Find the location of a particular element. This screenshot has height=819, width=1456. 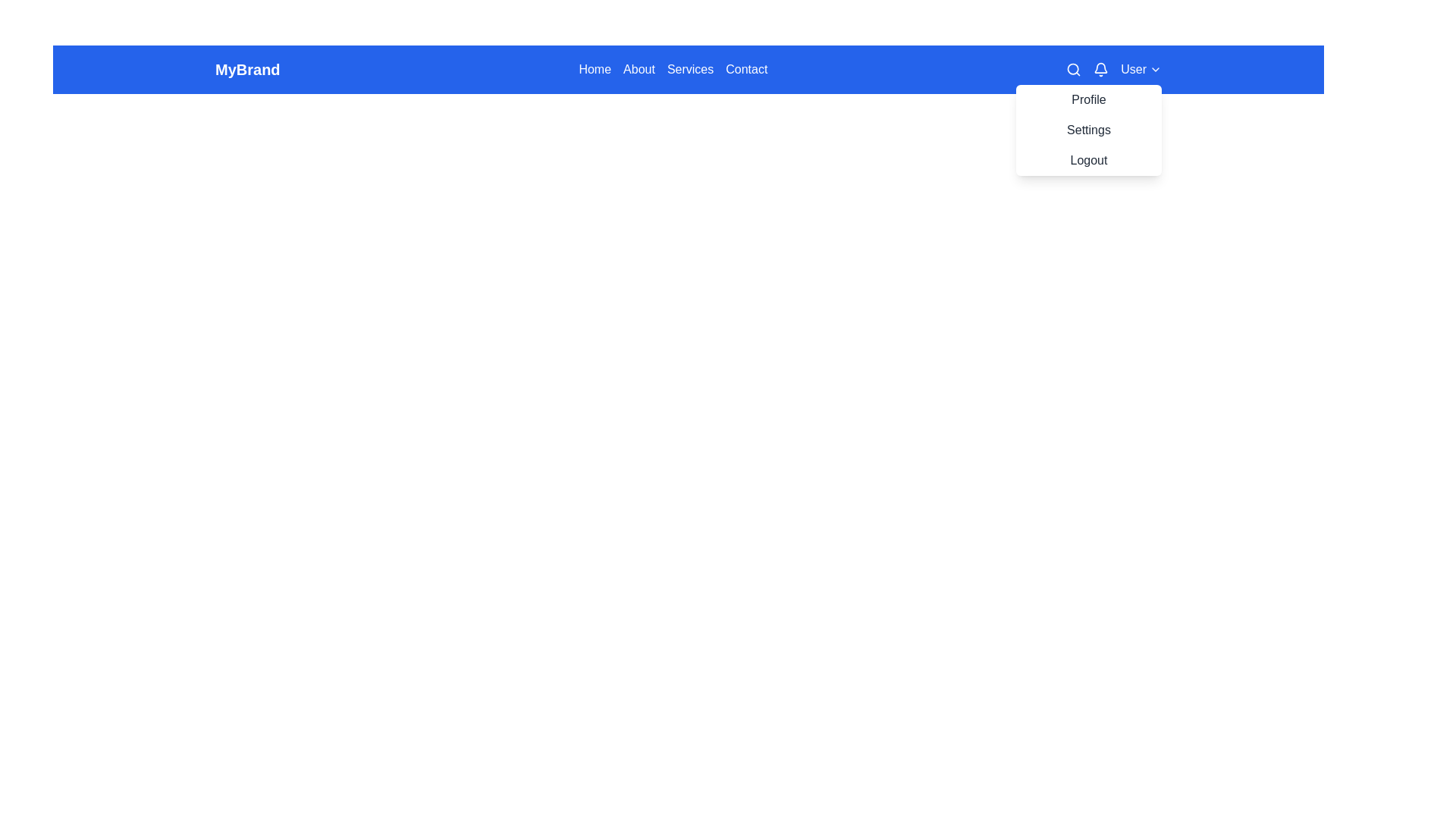

the bell-shaped icon button used to signify notifications is located at coordinates (1101, 70).